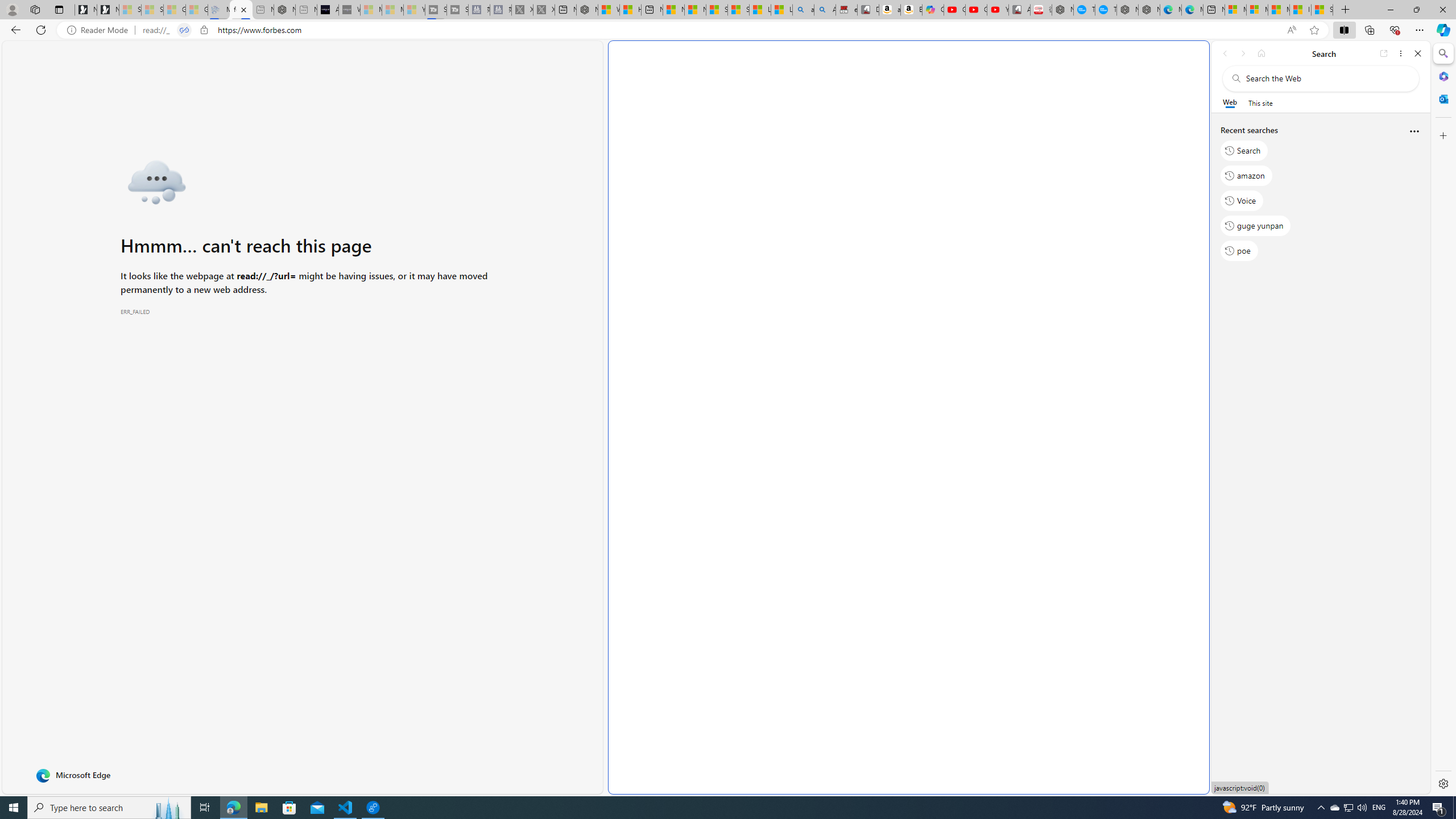 This screenshot has width=1456, height=819. I want to click on 'Huge shark washes ashore at New York City beach | Watch', so click(630, 9).